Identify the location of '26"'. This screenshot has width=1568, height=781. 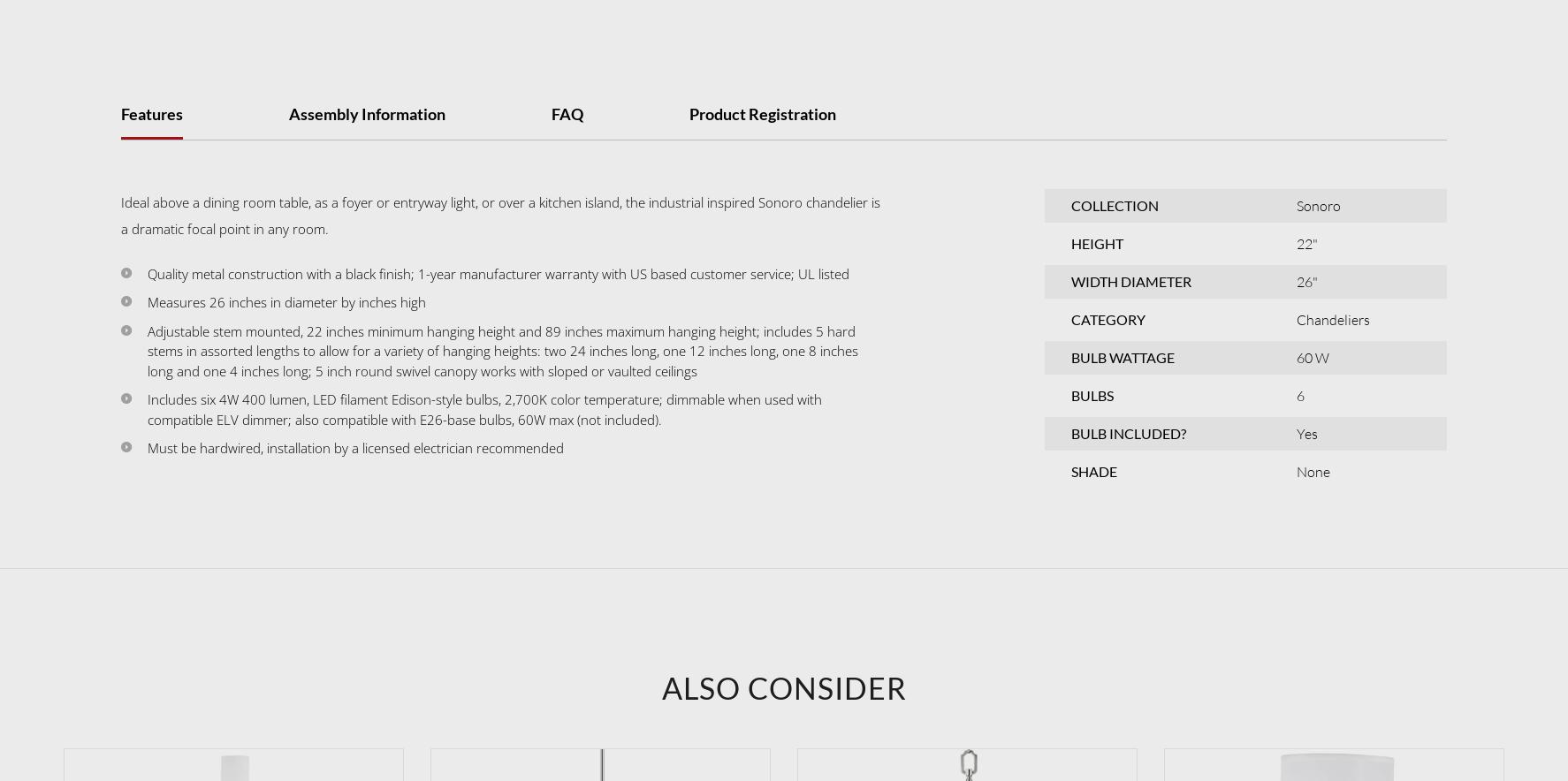
(1305, 280).